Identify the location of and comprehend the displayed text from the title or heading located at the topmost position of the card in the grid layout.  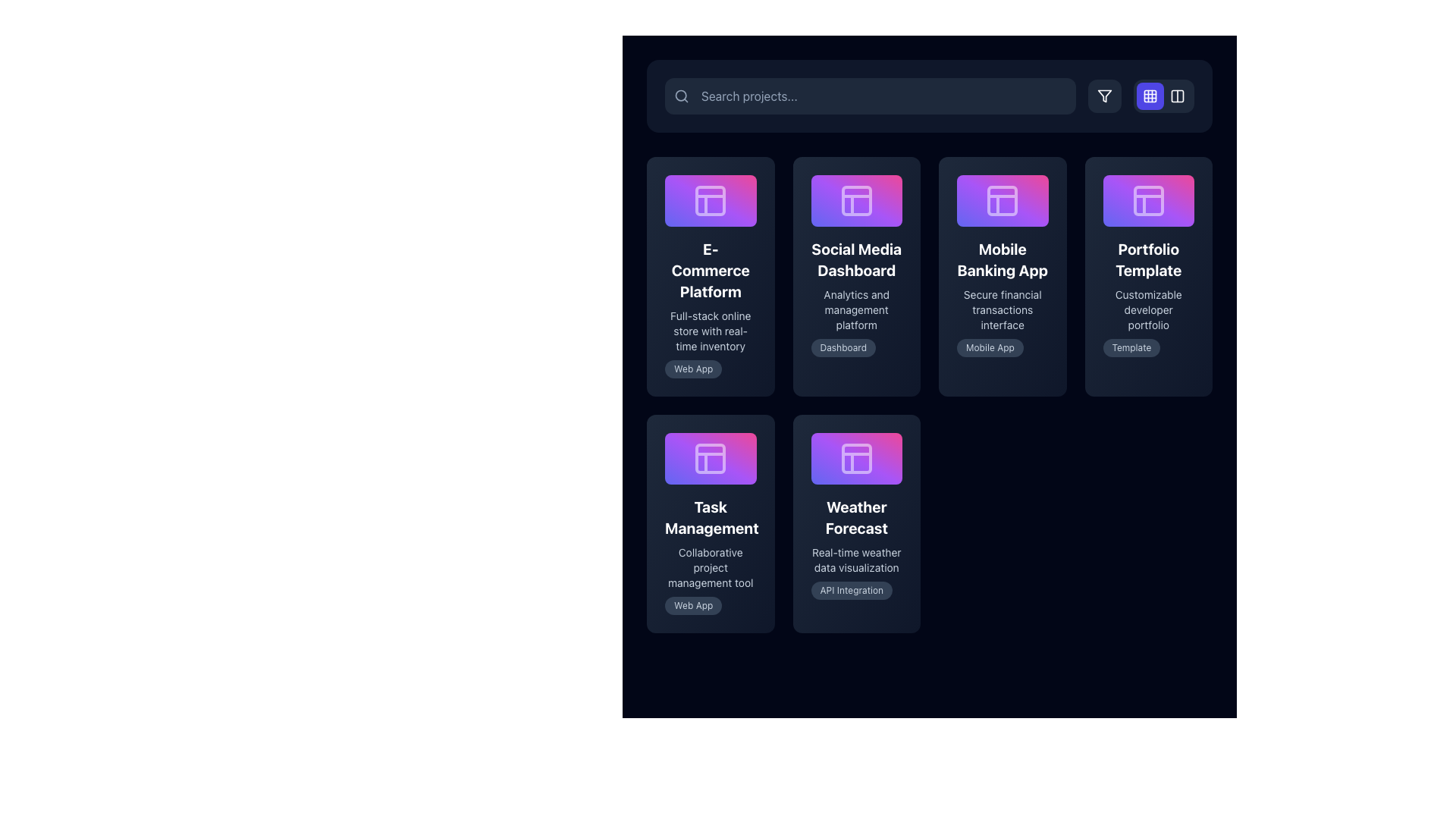
(710, 269).